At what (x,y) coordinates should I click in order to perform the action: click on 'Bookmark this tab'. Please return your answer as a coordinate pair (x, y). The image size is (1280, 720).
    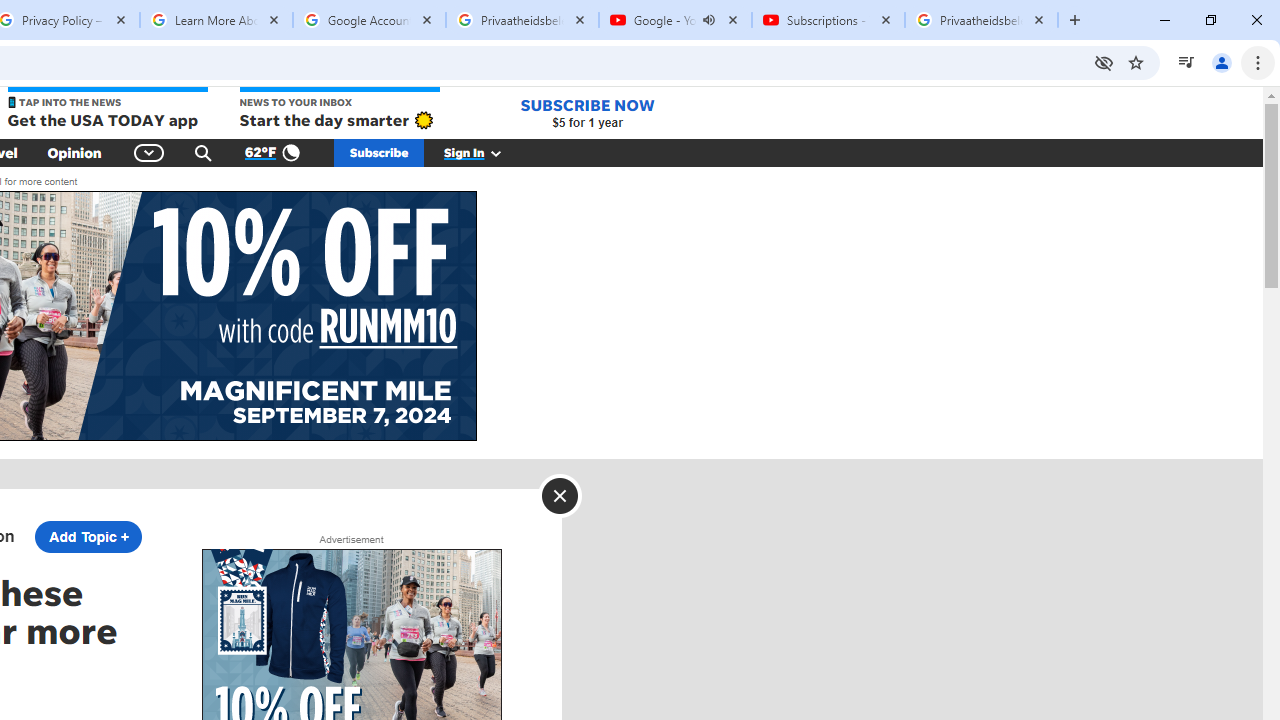
    Looking at the image, I should click on (1136, 61).